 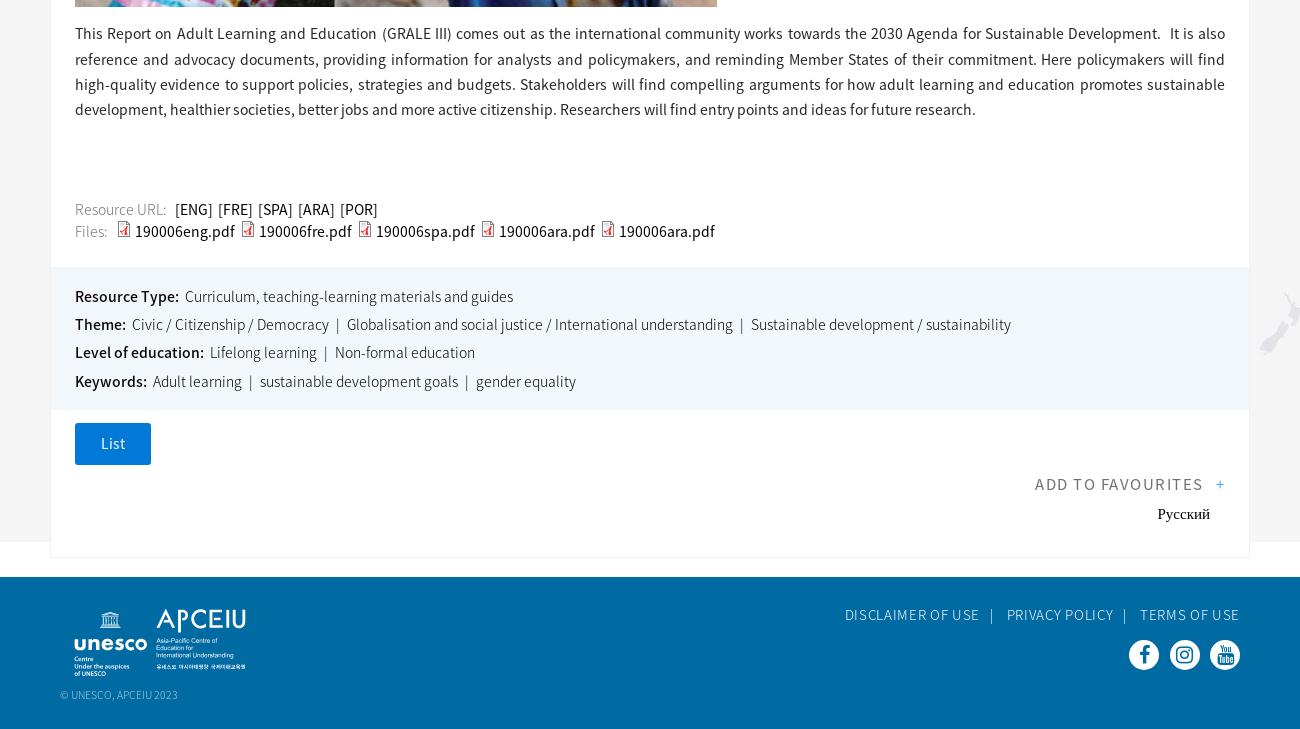 I want to click on 'List', so click(x=111, y=443).